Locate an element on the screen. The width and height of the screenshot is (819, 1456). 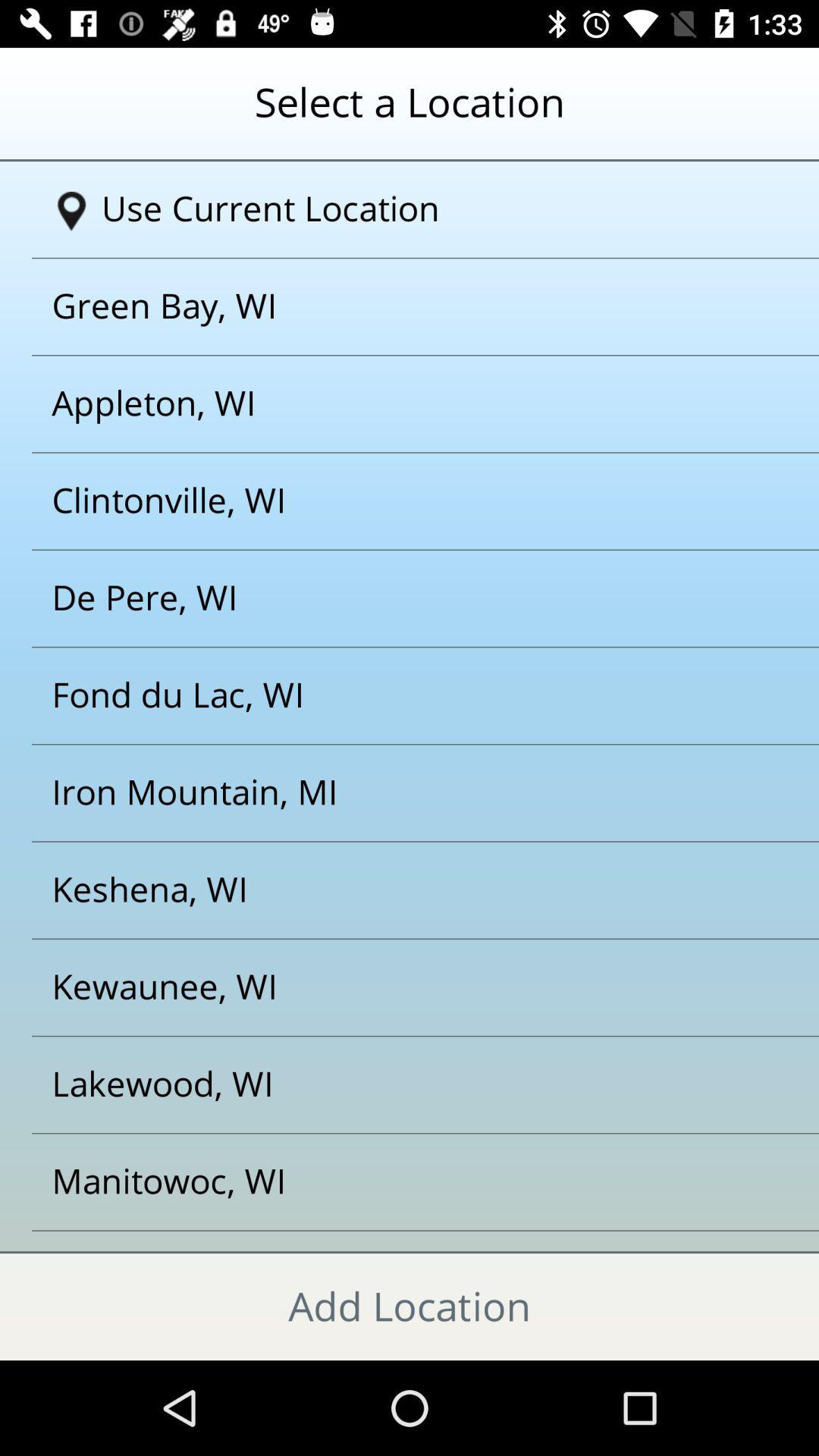
text below clintonvillewi is located at coordinates (390, 598).